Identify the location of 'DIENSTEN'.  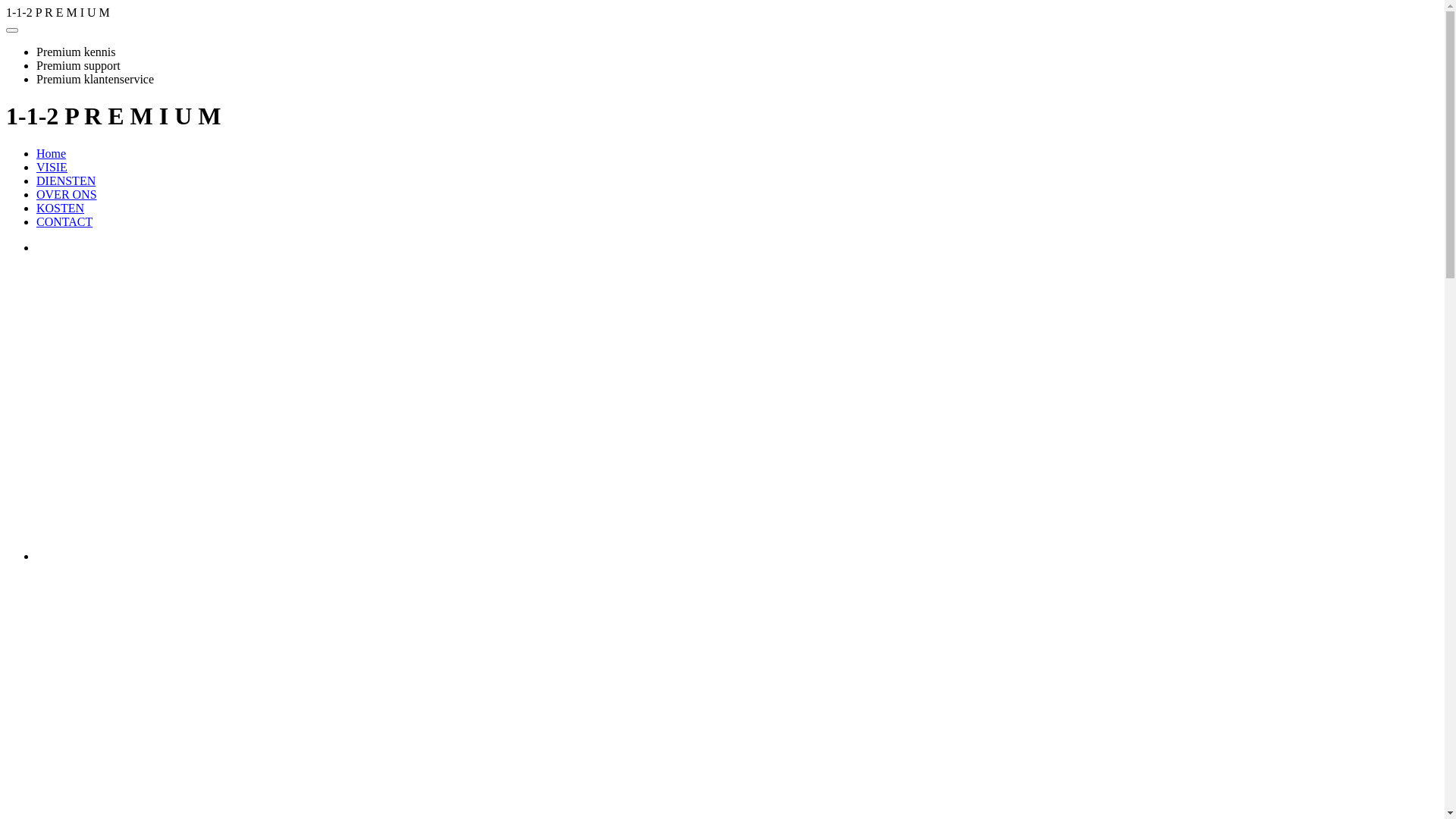
(64, 180).